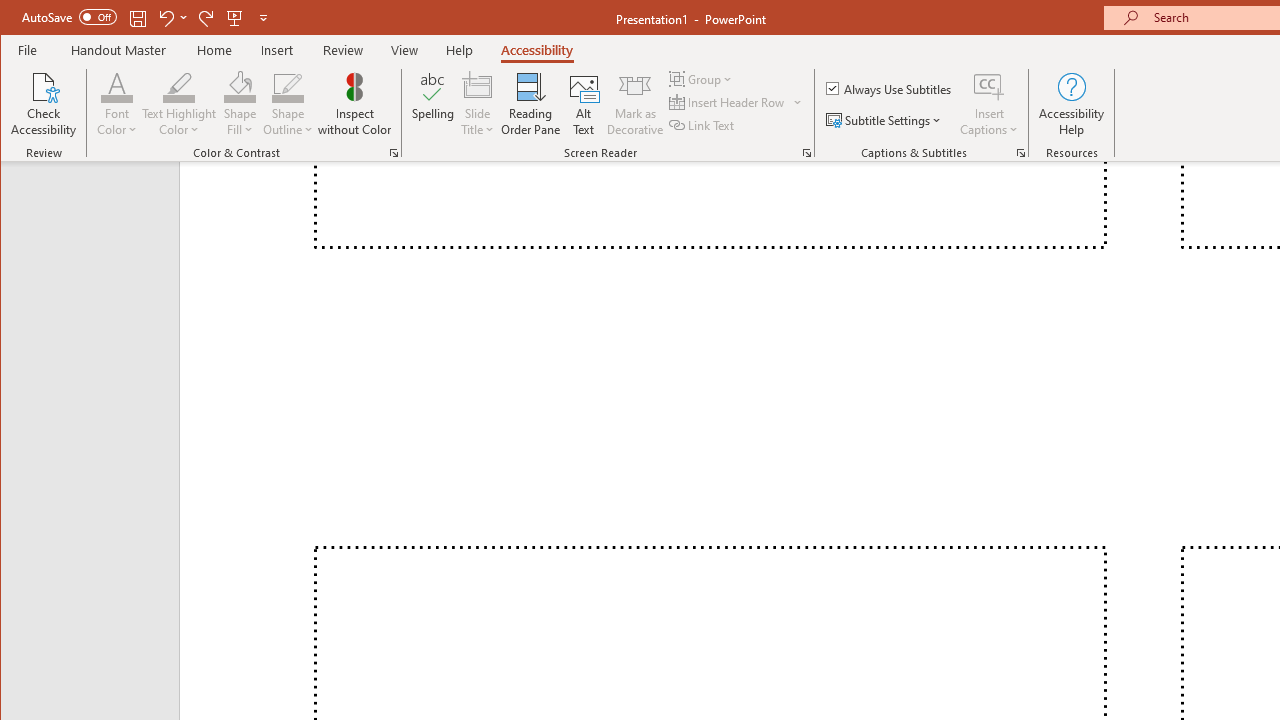  What do you see at coordinates (179, 85) in the screenshot?
I see `'Text Highlight Color'` at bounding box center [179, 85].